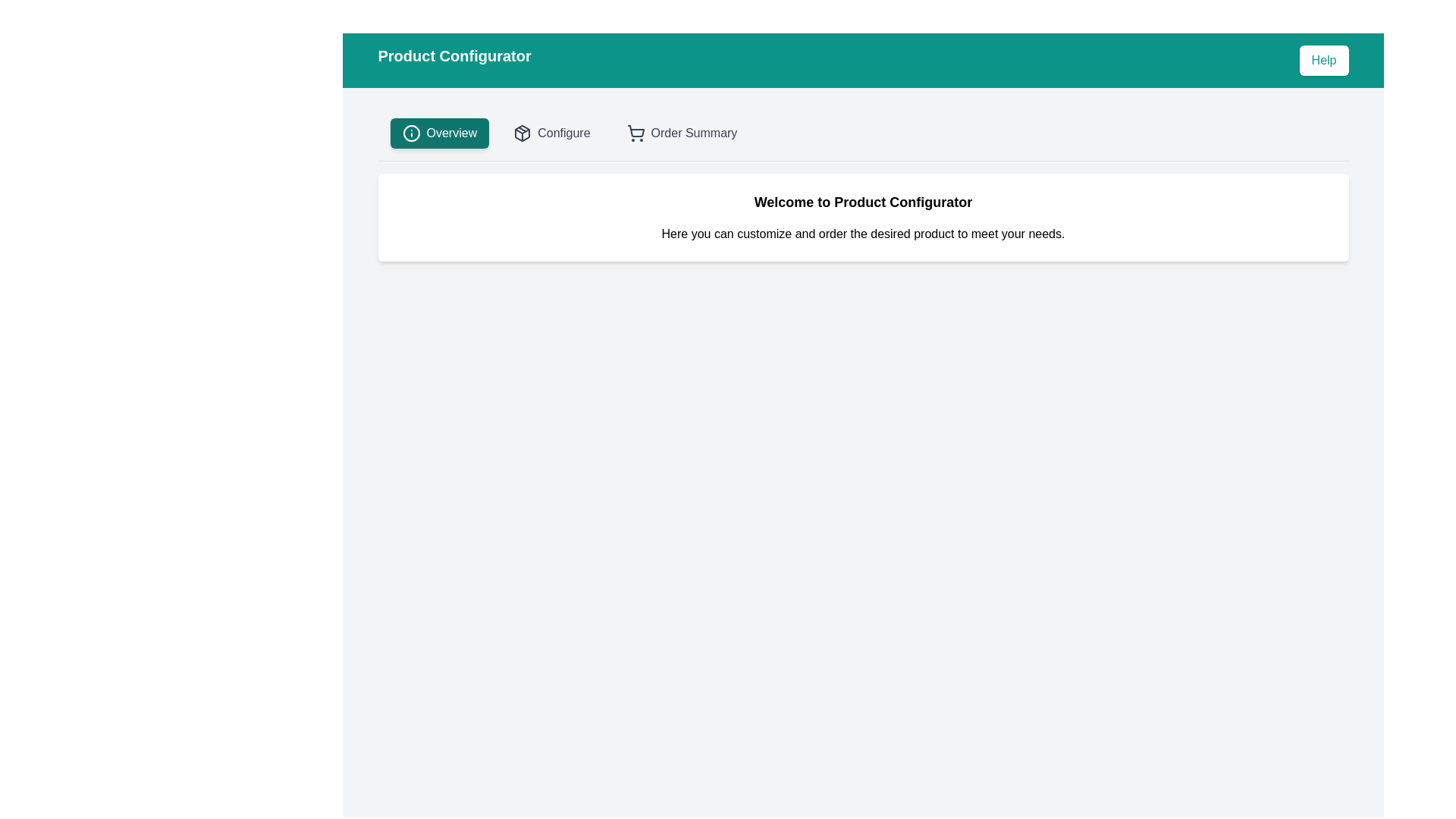  Describe the element at coordinates (453, 60) in the screenshot. I see `the bolded text label reading 'Product Configurator' which is styled with a large font size and white color on a teal background, located at the top left of the interface` at that location.